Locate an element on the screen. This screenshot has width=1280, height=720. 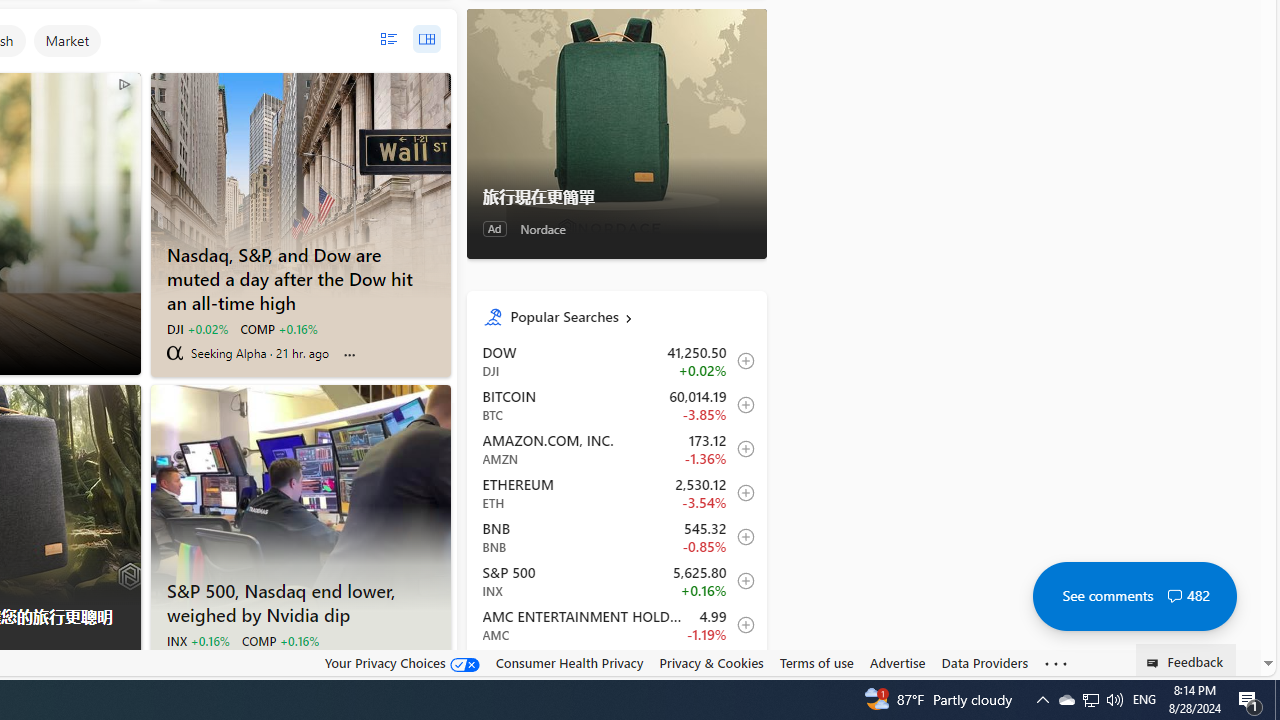
'Popular Searches' is located at coordinates (629, 315).